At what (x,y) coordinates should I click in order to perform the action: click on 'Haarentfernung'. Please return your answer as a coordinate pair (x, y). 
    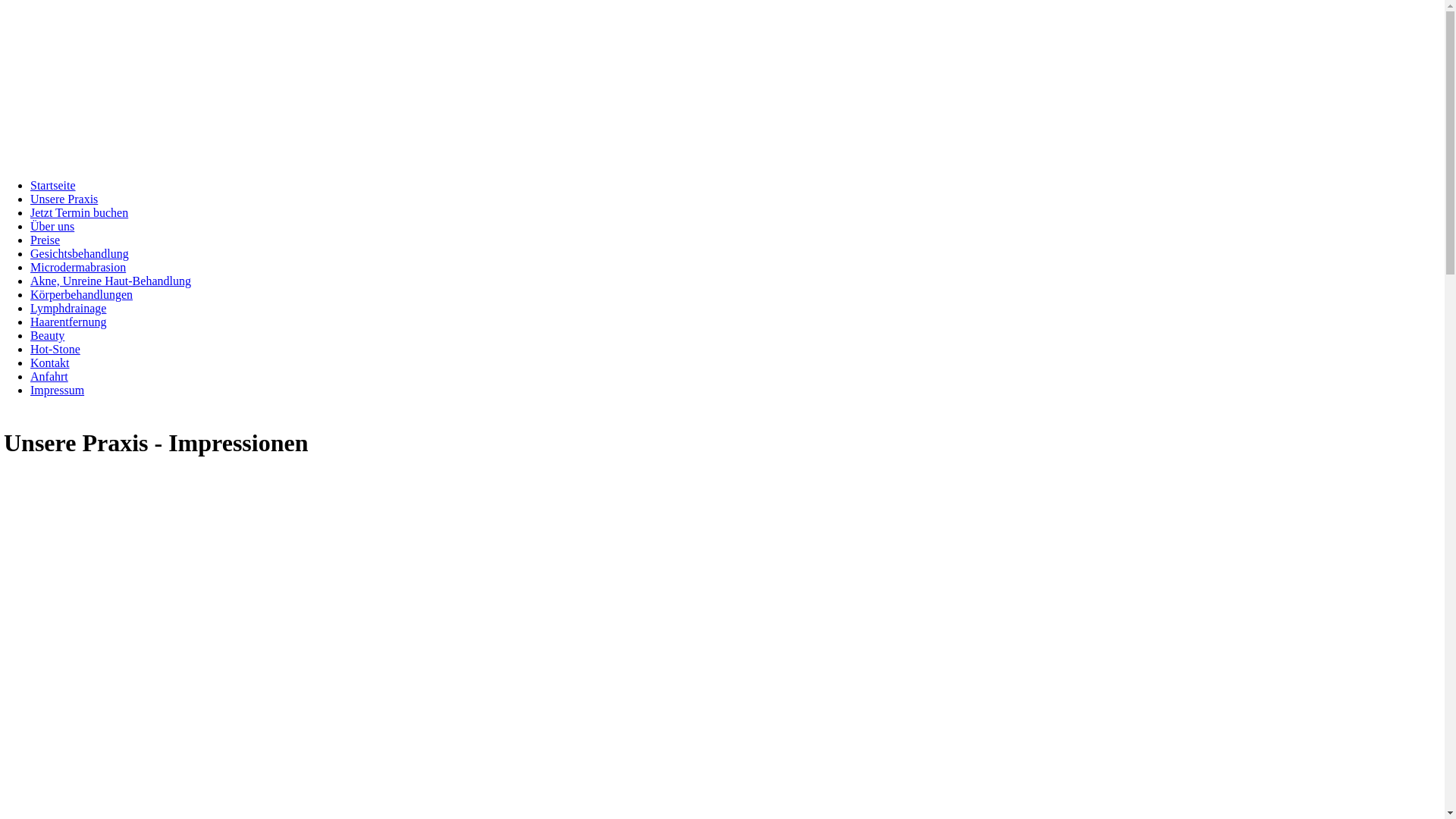
    Looking at the image, I should click on (67, 321).